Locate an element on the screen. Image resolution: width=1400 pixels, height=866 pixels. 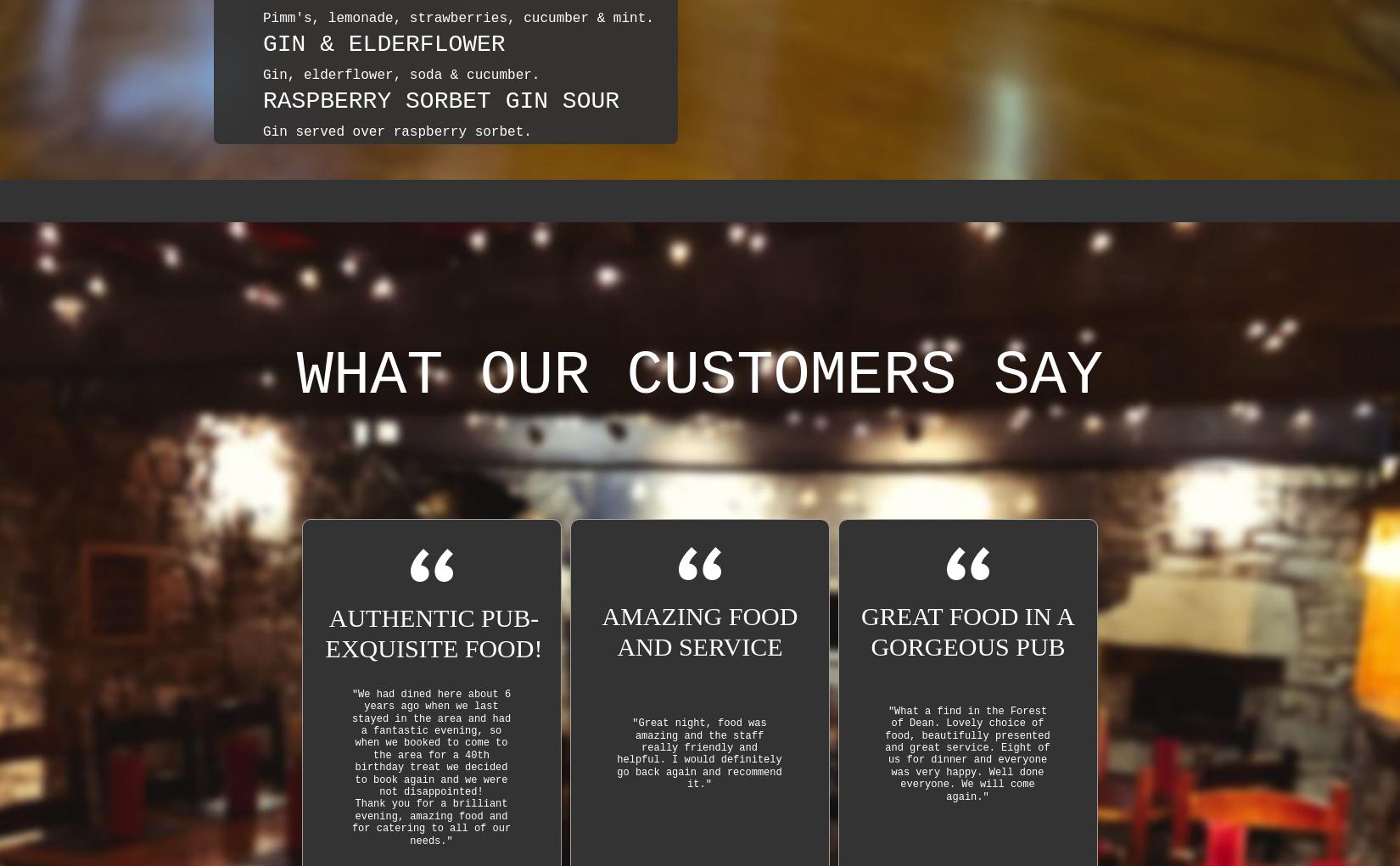
'AUTHENTIC PUB-EXQUISITE FOOD!' is located at coordinates (433, 631).